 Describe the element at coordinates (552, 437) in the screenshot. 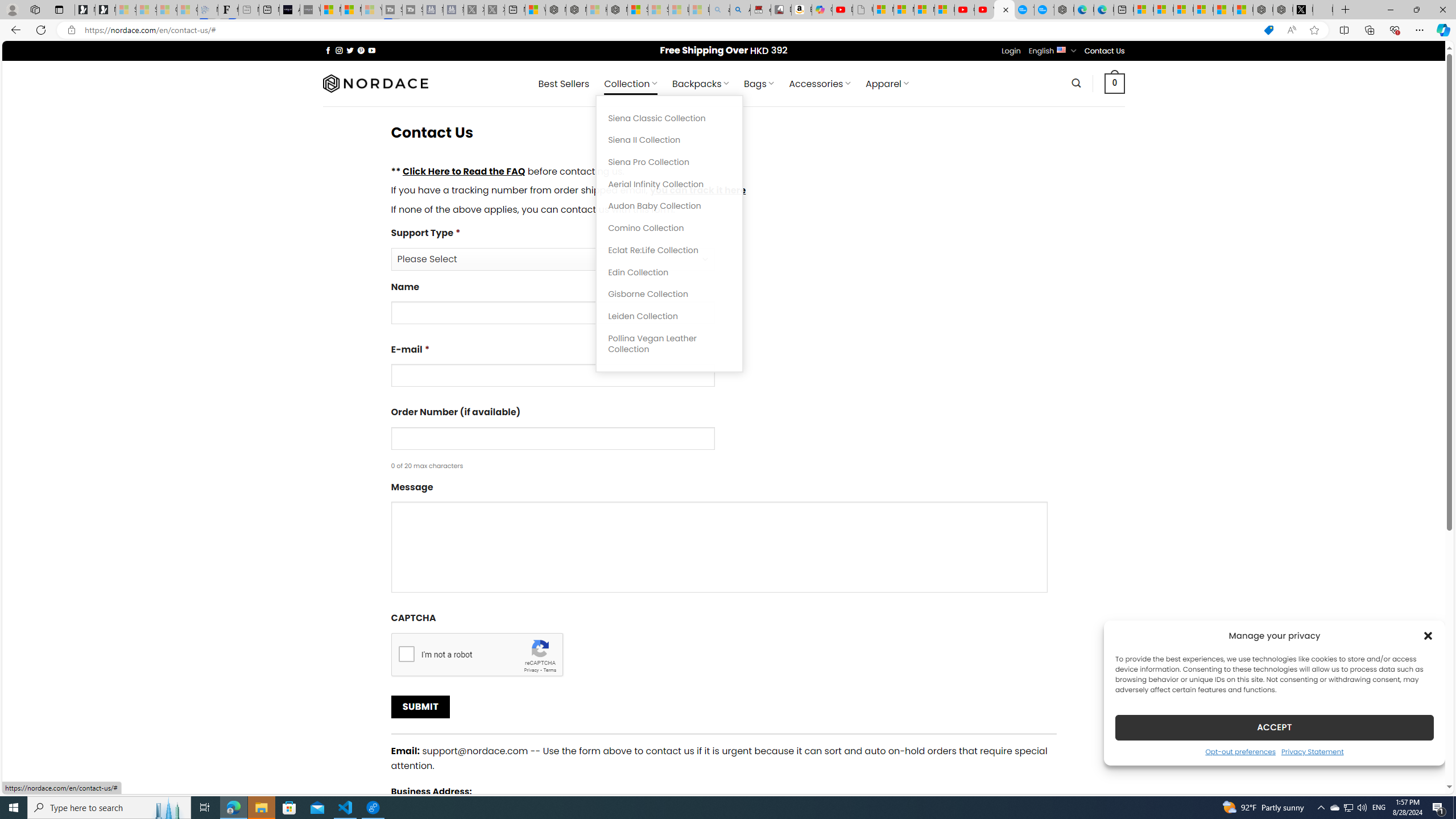

I see `'Order Number (if available)'` at that location.